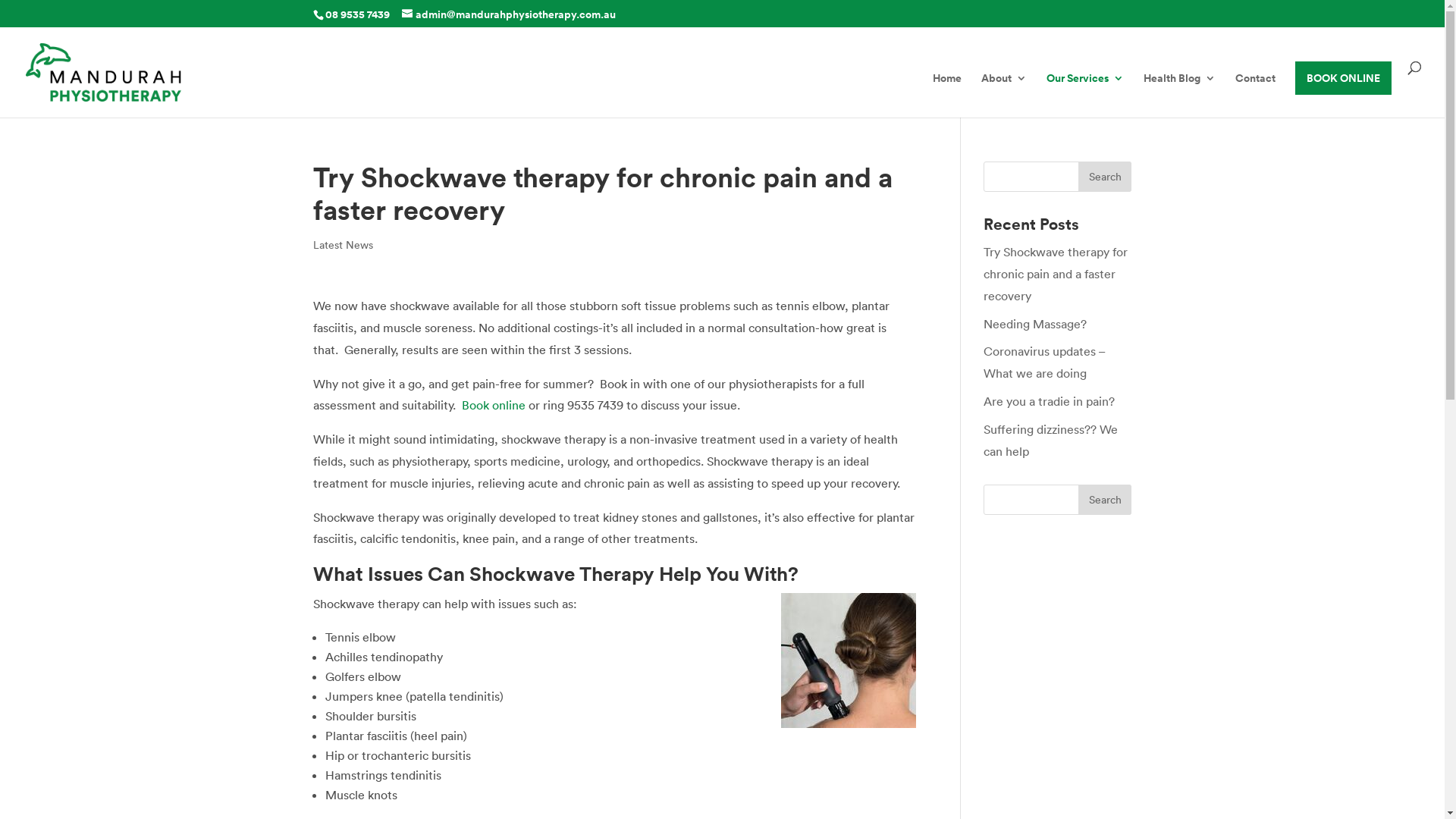 The image size is (1456, 819). Describe the element at coordinates (509, 14) in the screenshot. I see `'admin@mandurahphysiotherapy.com.au'` at that location.